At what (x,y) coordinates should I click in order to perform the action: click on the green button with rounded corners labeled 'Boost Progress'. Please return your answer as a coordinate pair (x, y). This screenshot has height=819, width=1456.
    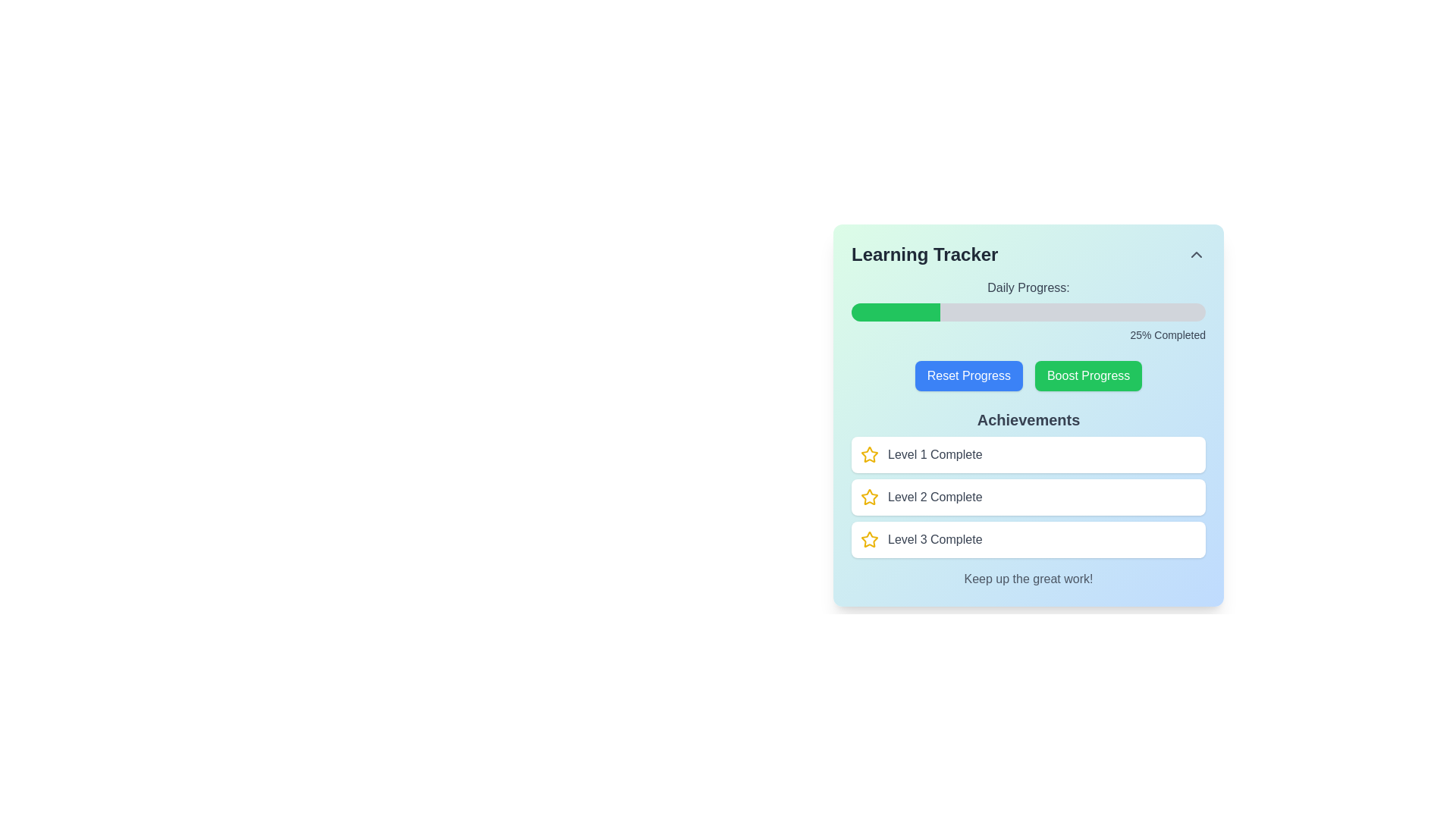
    Looking at the image, I should click on (1087, 375).